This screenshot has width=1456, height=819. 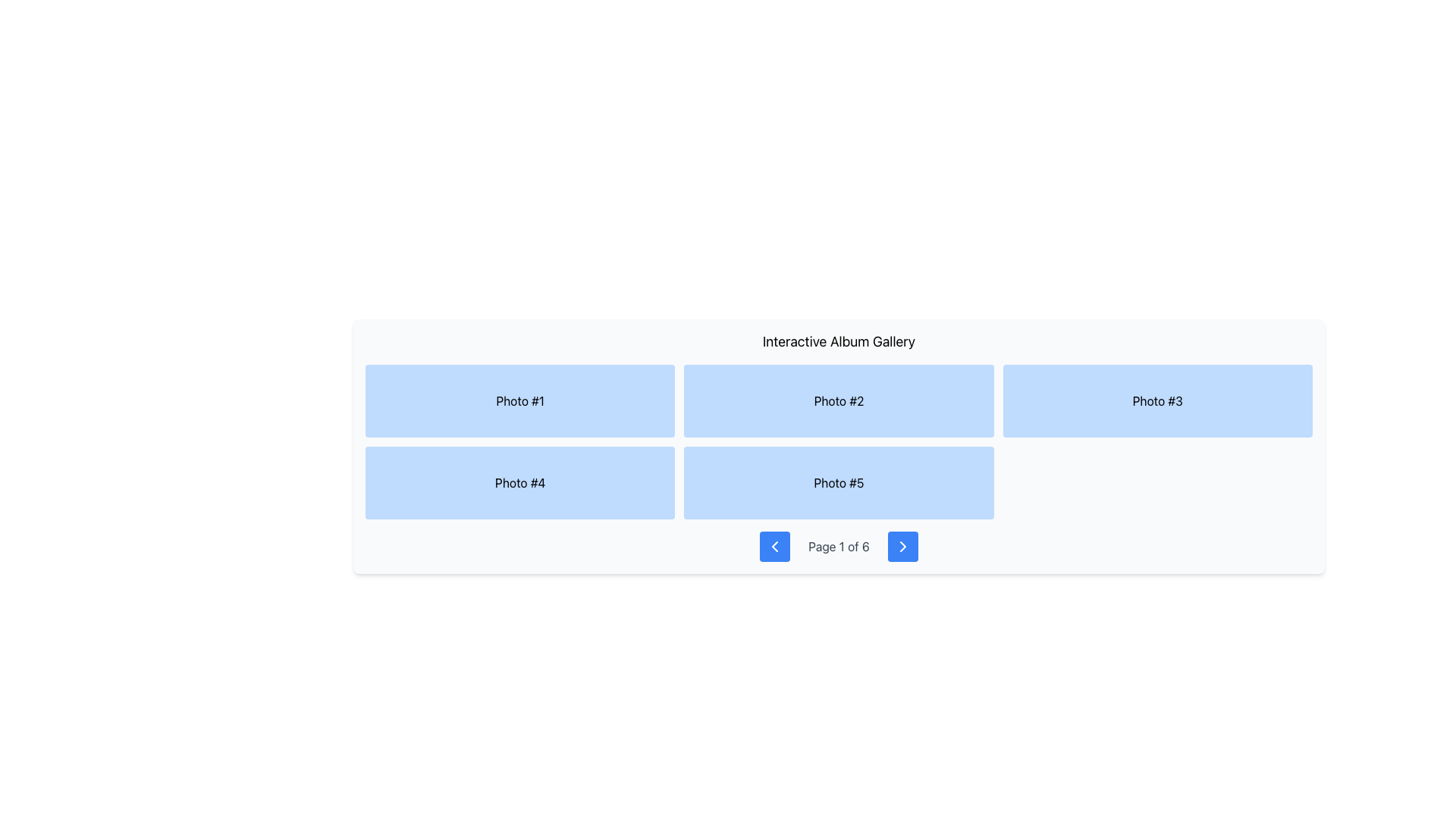 What do you see at coordinates (775, 547) in the screenshot?
I see `the left-pointing chevron-shaped SVG icon within the circular button at the bottom center of the page` at bounding box center [775, 547].